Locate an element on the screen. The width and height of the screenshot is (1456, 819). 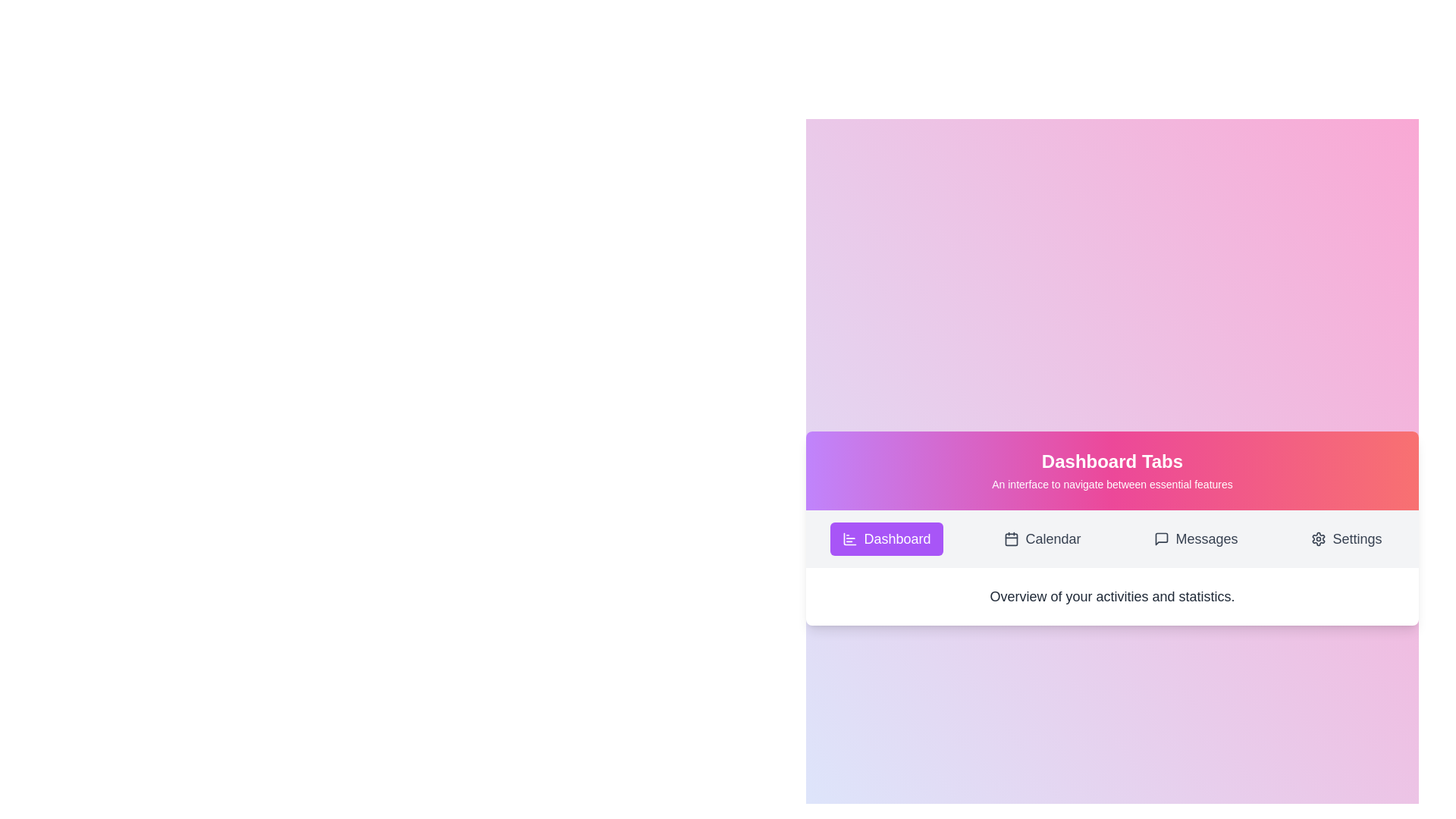
text label displaying 'Settings' in dark grey sans-serif font located near the bottom right corner of the interface, adjacent to the settings gear icon is located at coordinates (1357, 538).